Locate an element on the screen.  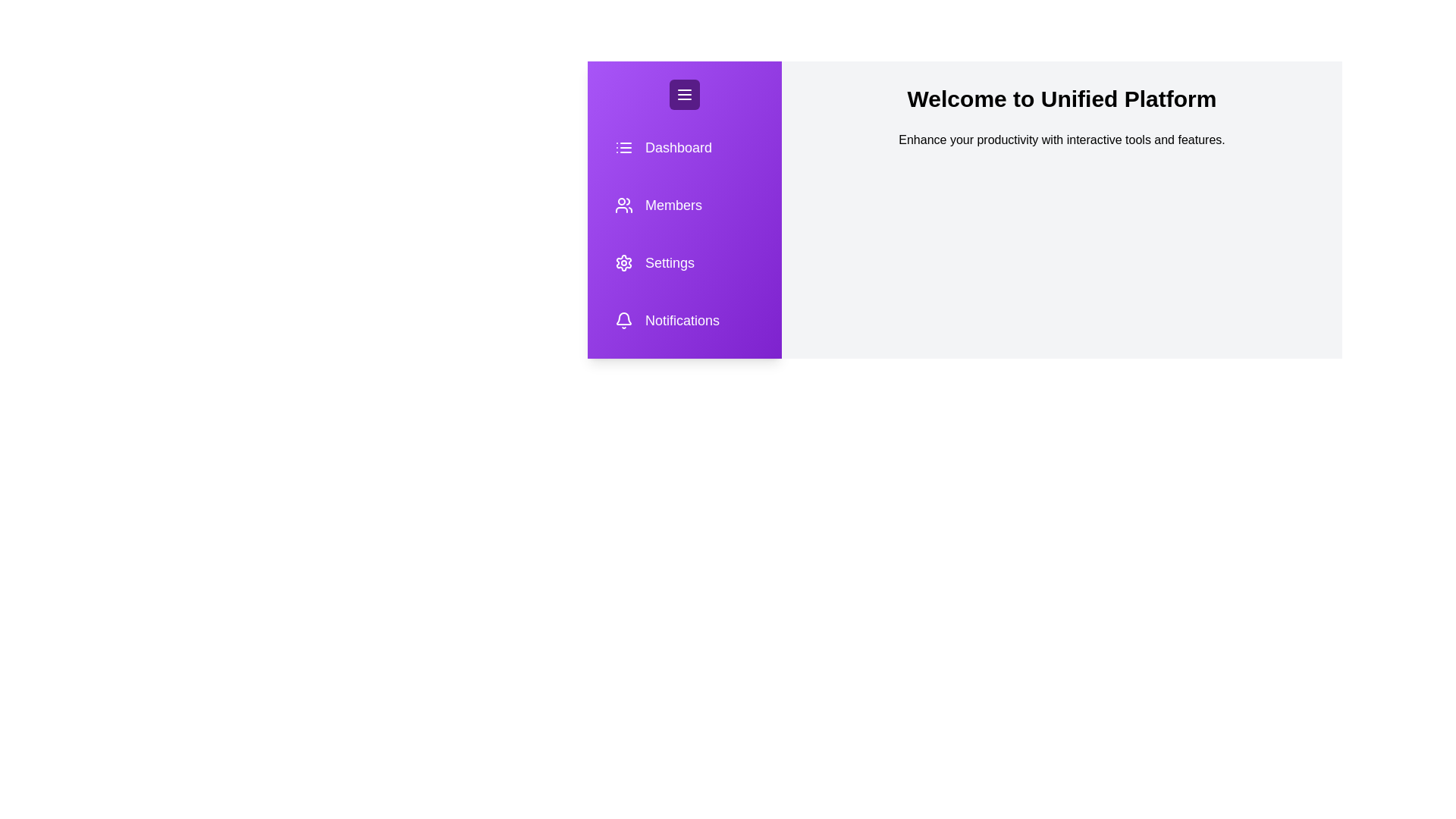
the text in the main content area to select it is located at coordinates (1061, 140).